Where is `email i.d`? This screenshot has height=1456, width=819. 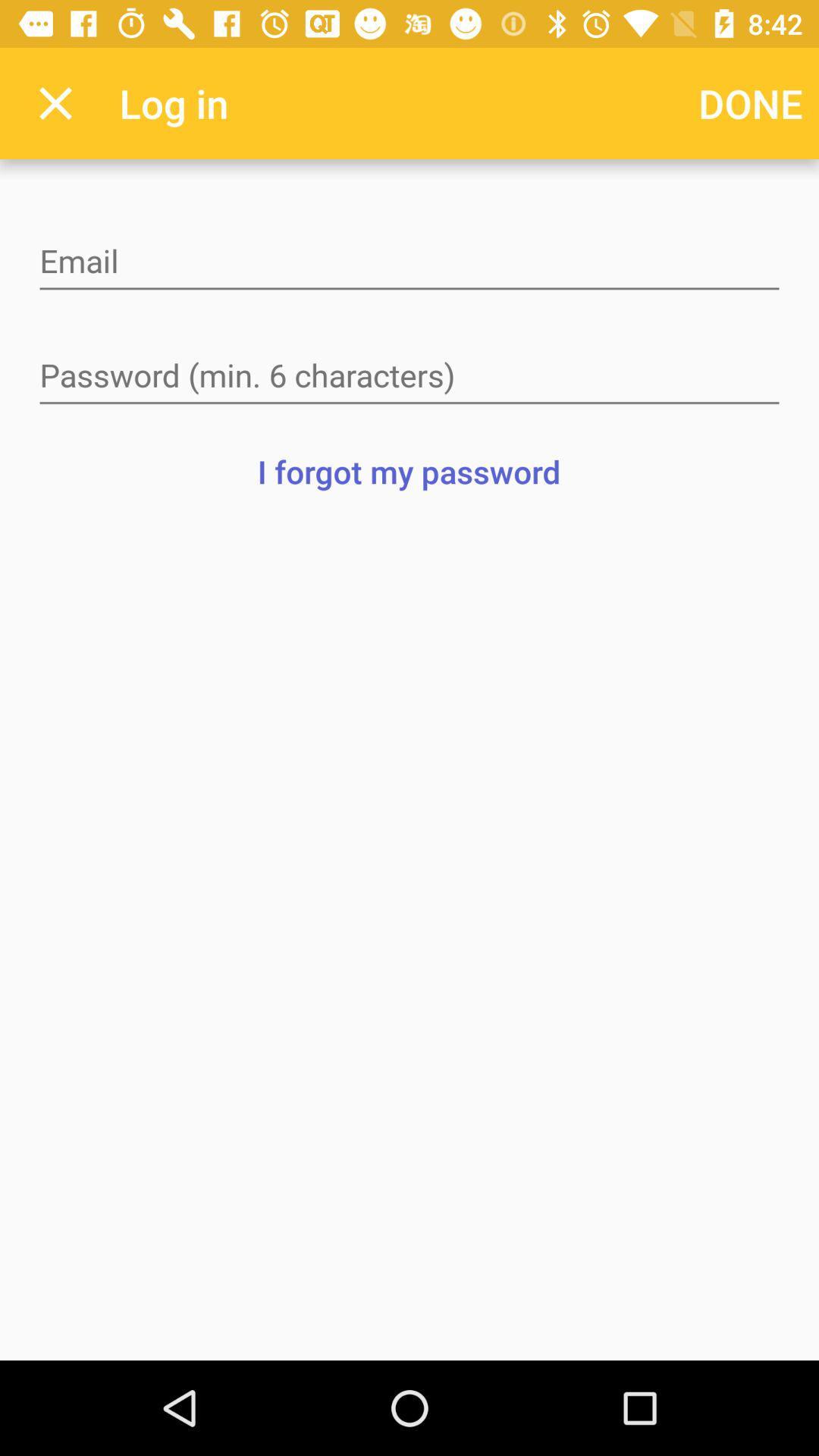
email i.d is located at coordinates (409, 262).